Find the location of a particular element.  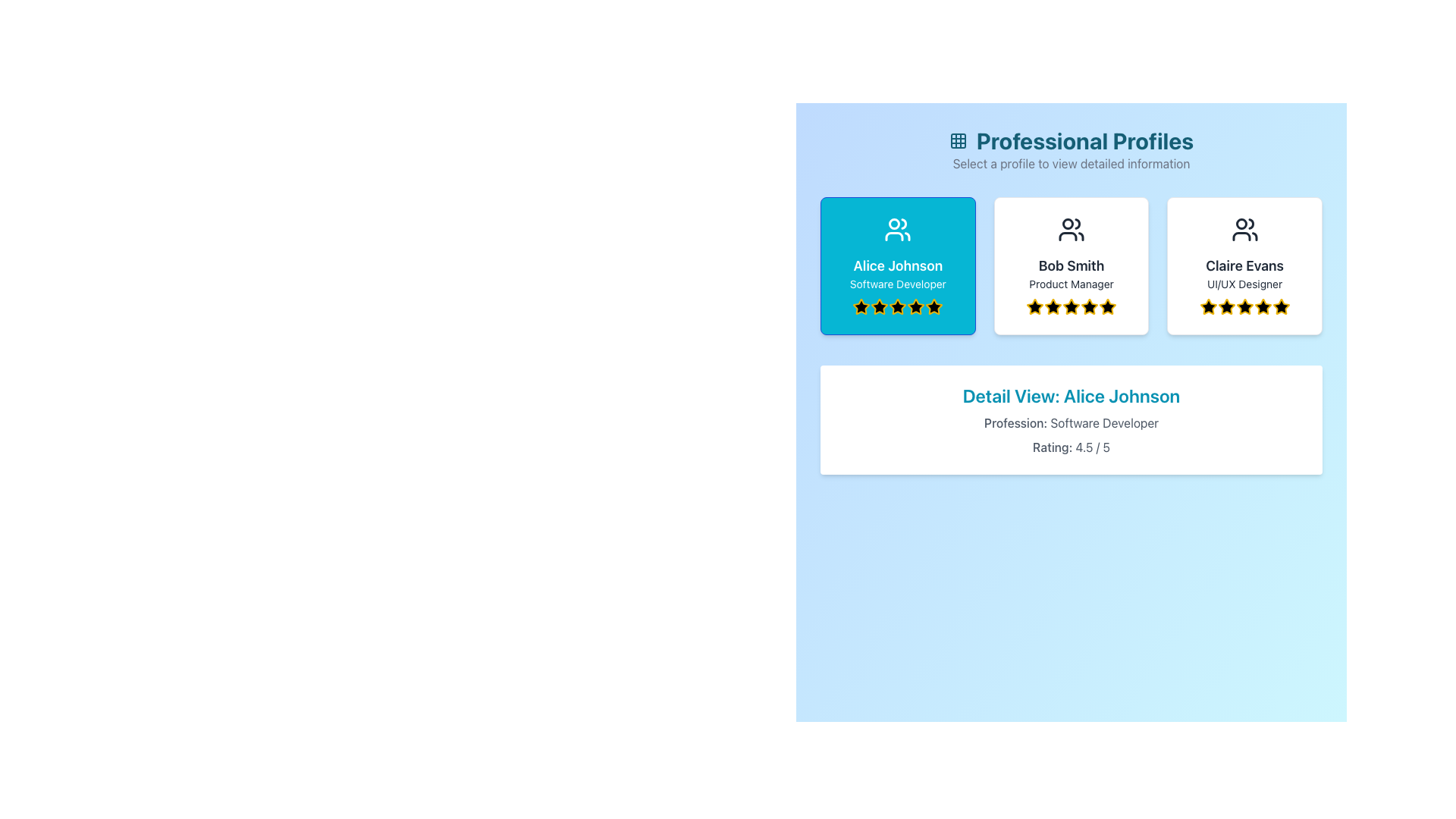

the fifth star icon in the rating display under 'Claire Evans, UI/UX Designer' in the upper-right card of the 'Professional Profiles' section is located at coordinates (1280, 306).